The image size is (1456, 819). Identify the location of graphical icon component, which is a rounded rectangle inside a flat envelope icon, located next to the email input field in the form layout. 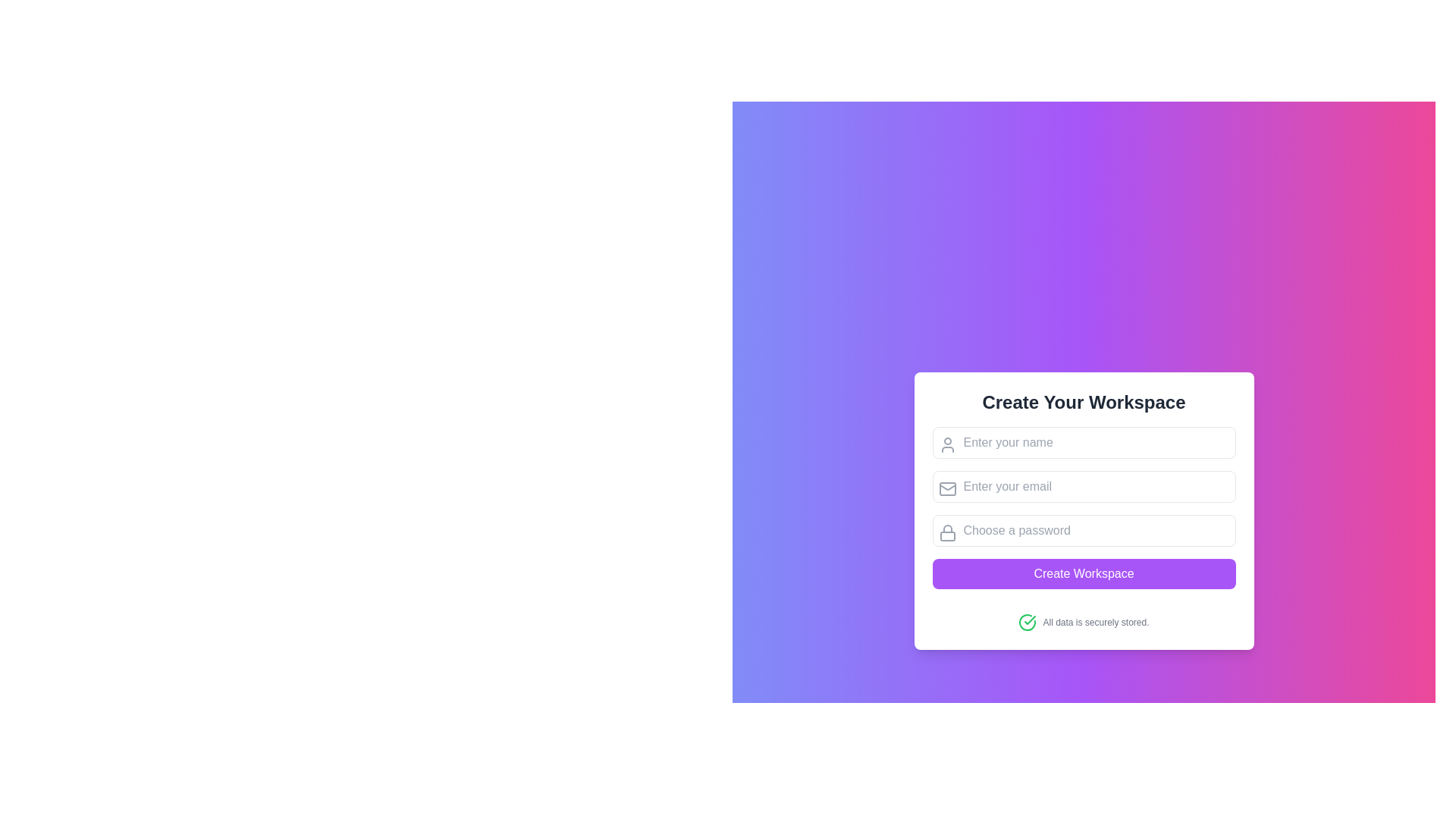
(946, 488).